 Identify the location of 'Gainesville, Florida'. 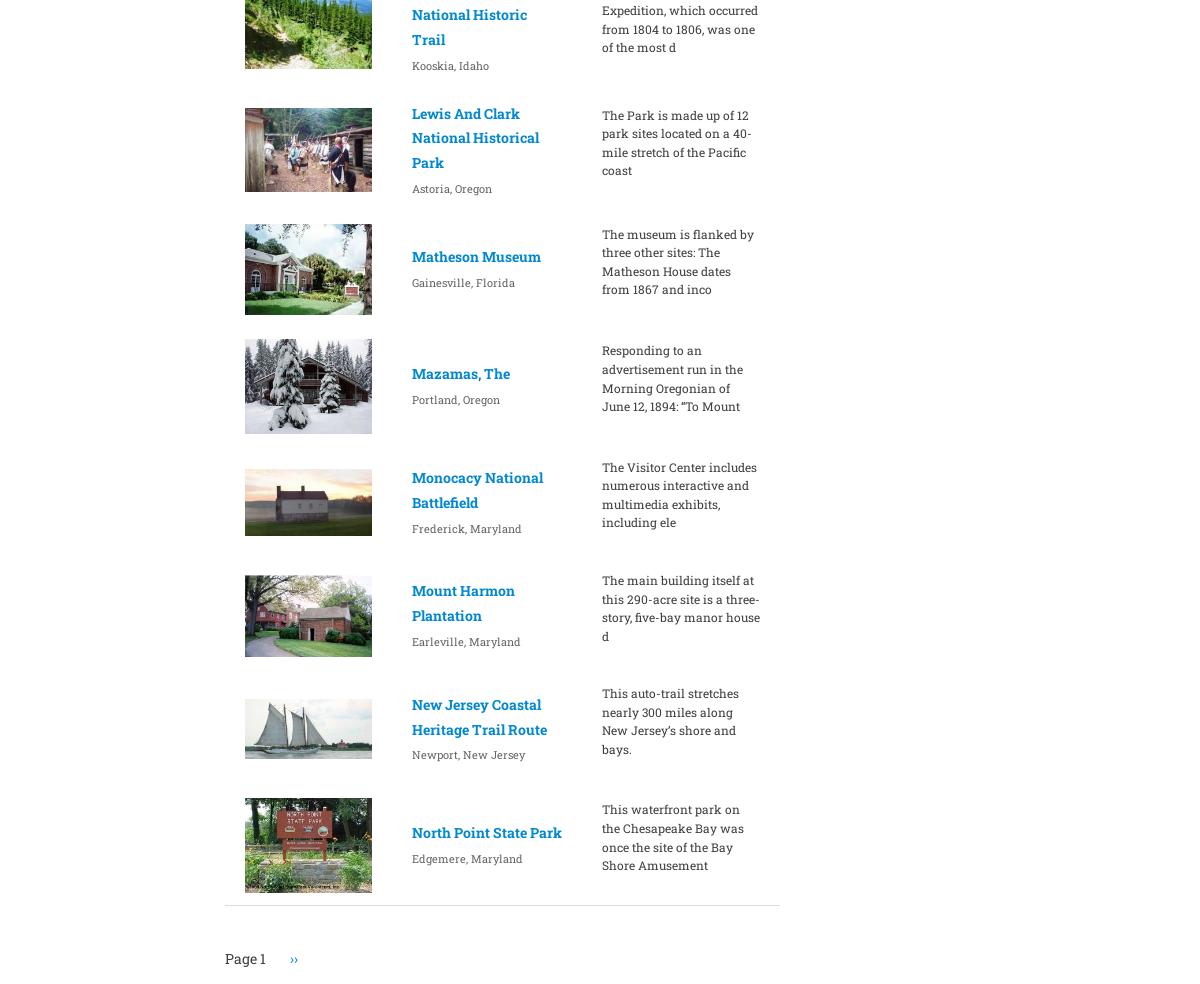
(411, 281).